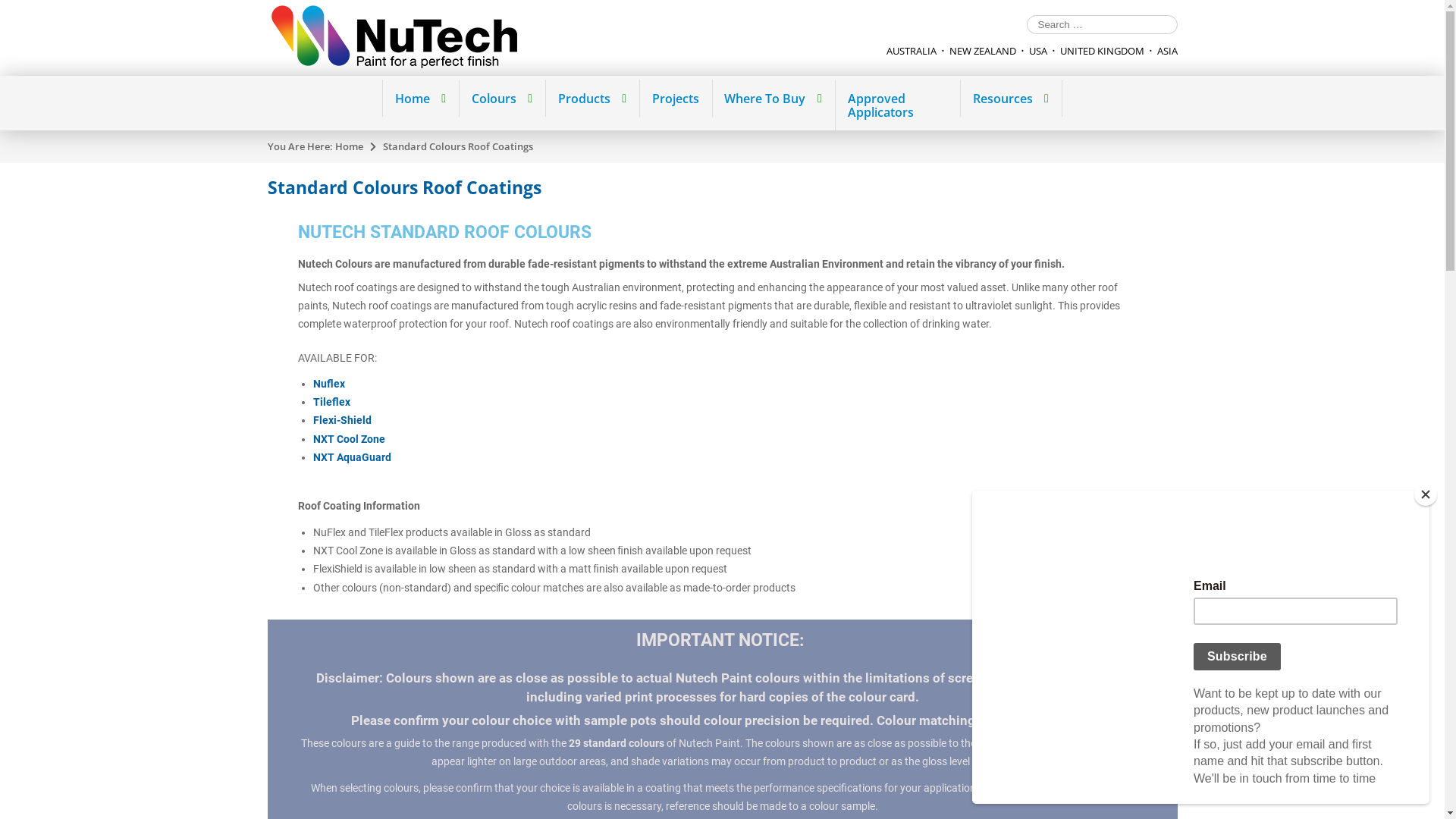  Describe the element at coordinates (896, 104) in the screenshot. I see `'Approved Applicators'` at that location.